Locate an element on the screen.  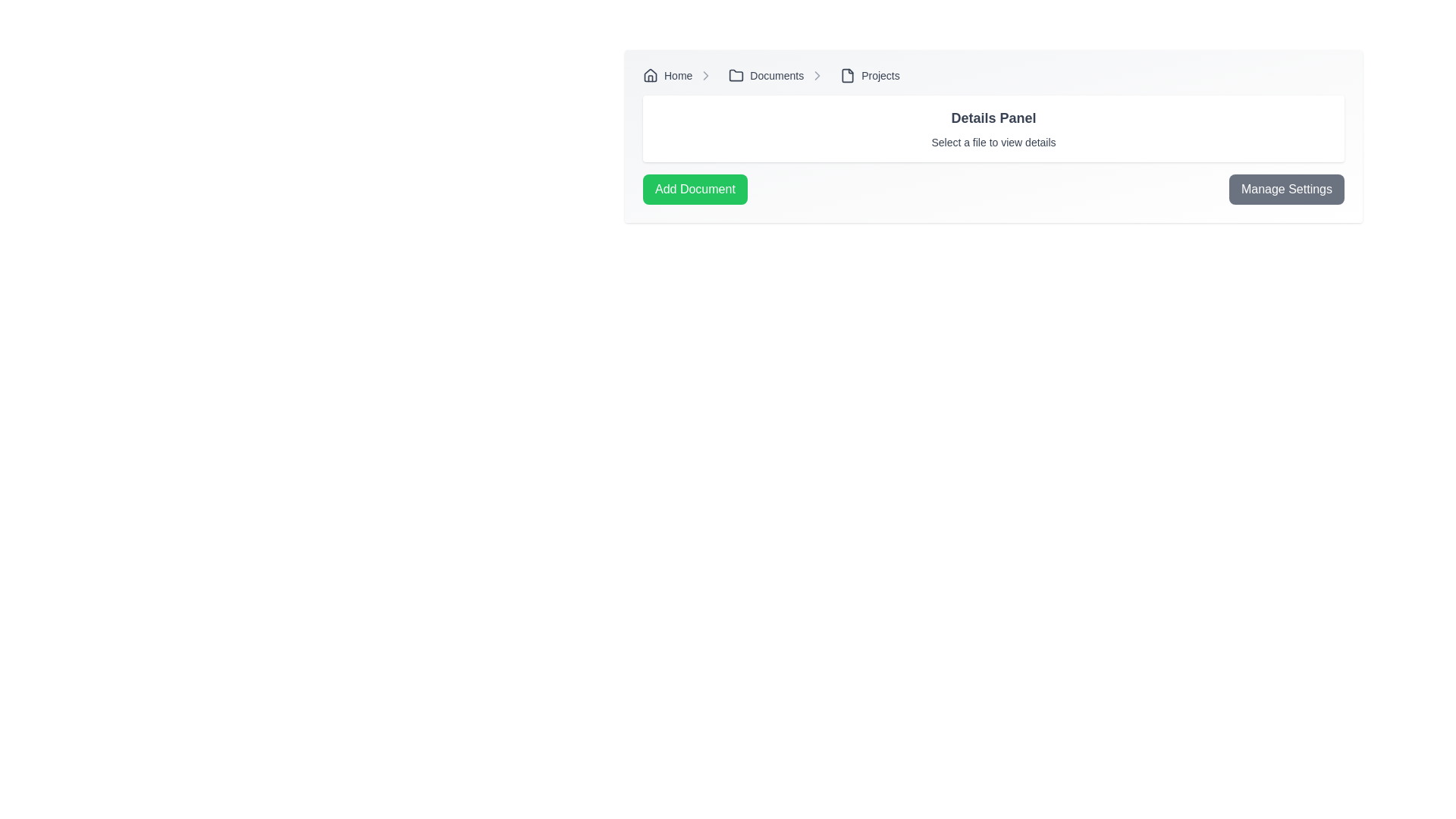
the 'Projects' breadcrumb link, which consists of a document icon followed by the text 'Projects' is located at coordinates (870, 76).